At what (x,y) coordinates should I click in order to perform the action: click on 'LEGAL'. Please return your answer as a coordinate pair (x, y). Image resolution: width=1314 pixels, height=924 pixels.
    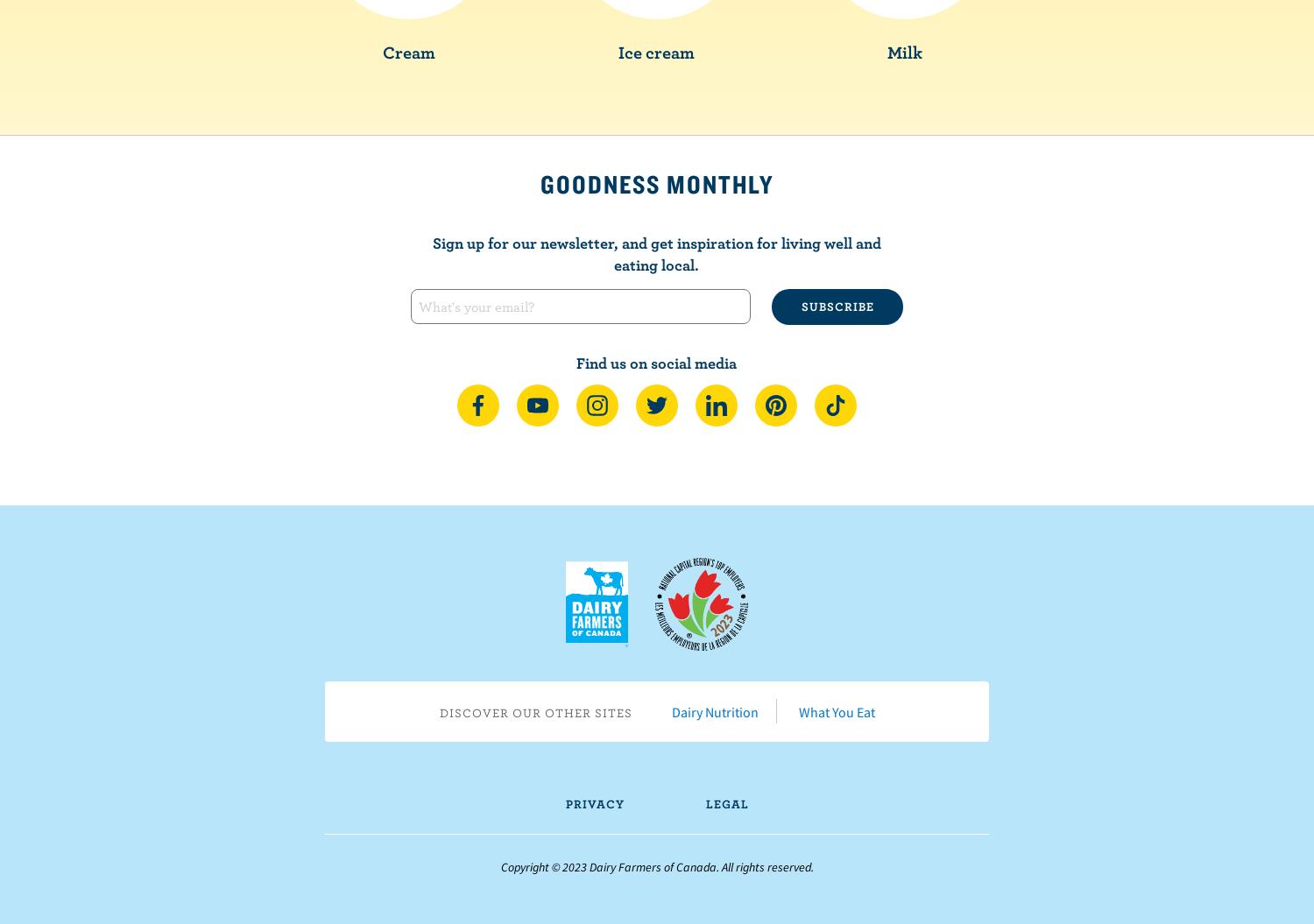
    Looking at the image, I should click on (725, 802).